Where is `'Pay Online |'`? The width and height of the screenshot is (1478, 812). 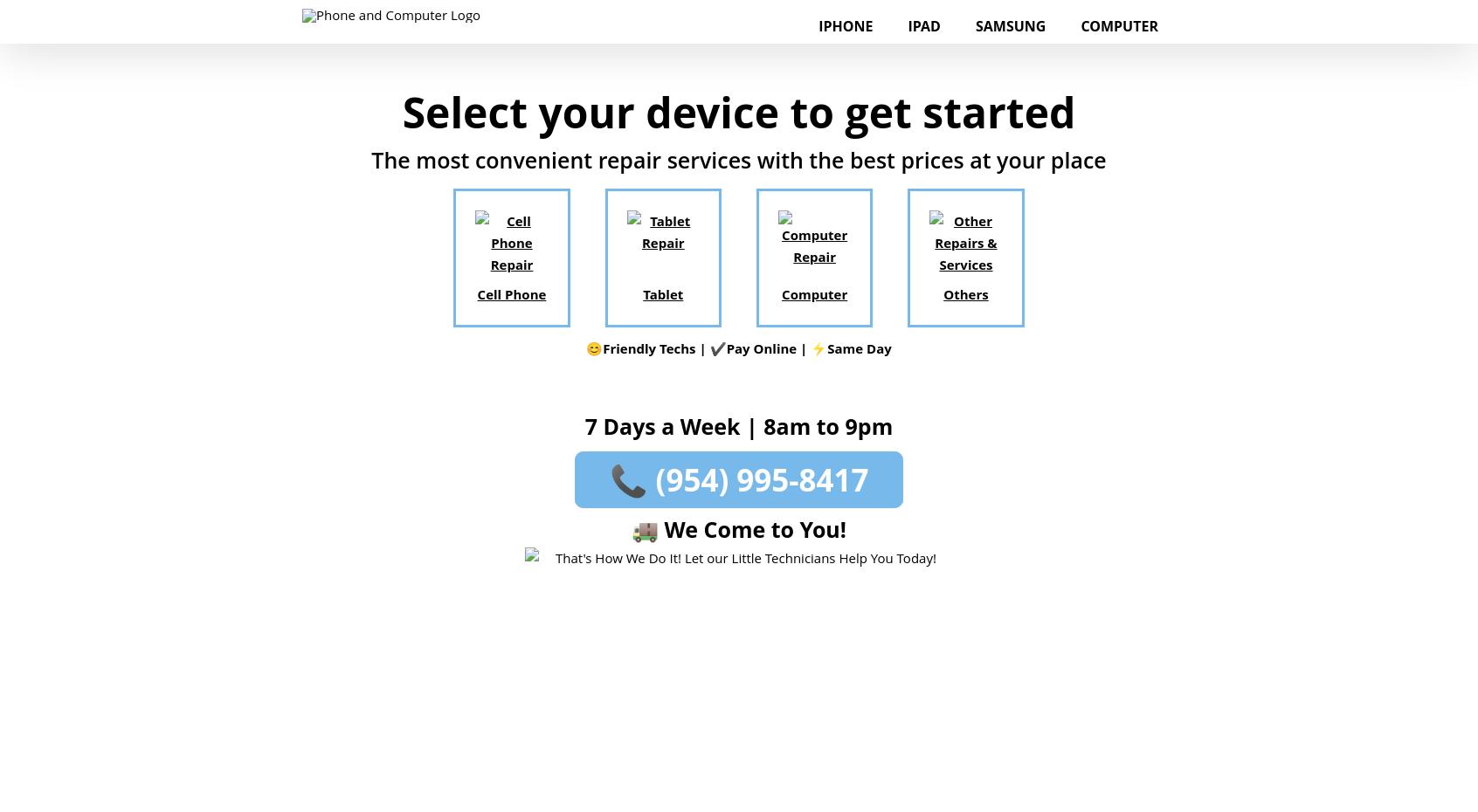
'Pay Online |' is located at coordinates (767, 348).